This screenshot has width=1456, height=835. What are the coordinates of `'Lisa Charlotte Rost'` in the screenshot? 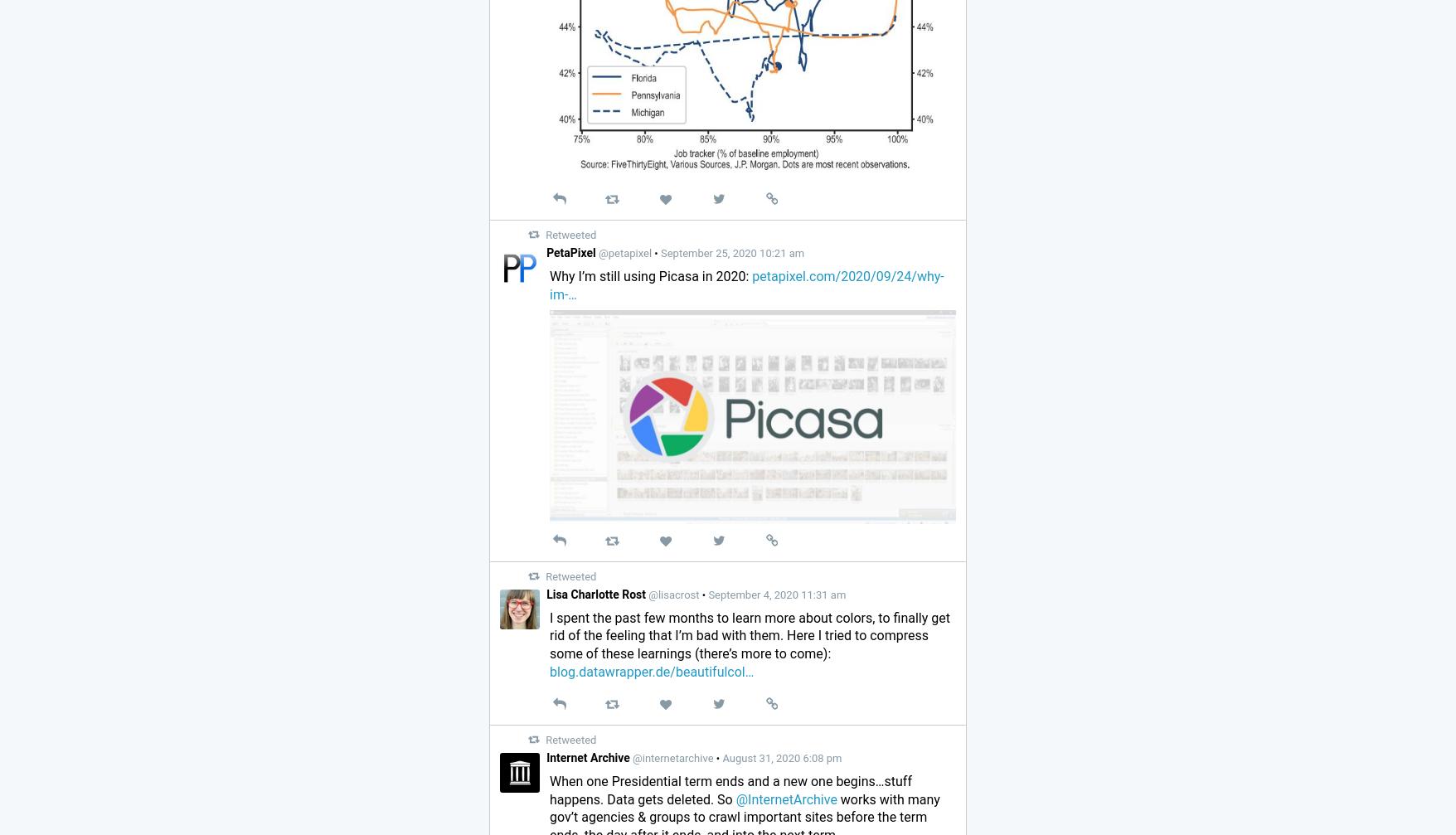 It's located at (596, 592).